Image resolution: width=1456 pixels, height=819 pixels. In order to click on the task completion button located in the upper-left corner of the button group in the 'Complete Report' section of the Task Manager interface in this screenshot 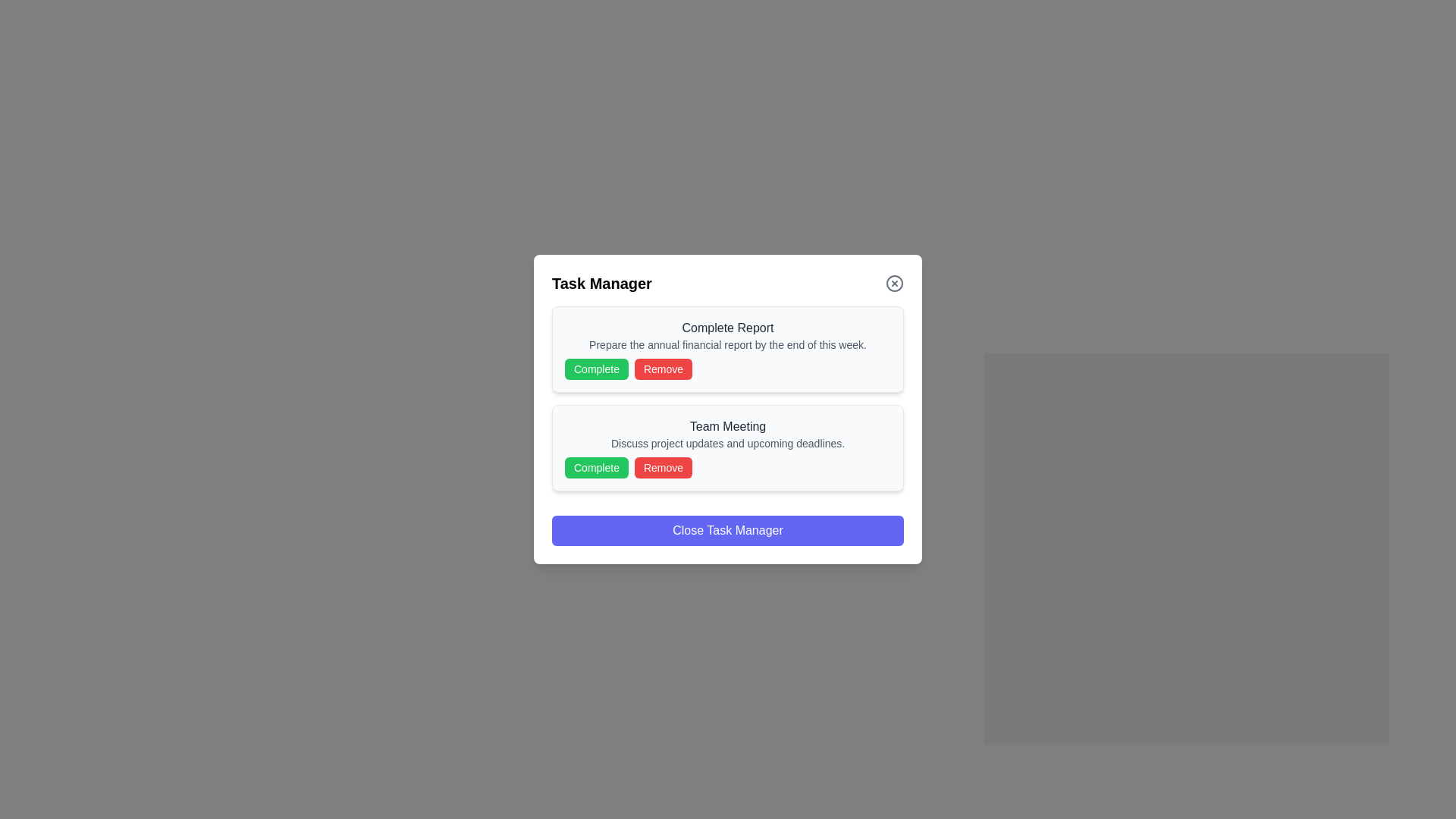, I will do `click(596, 369)`.